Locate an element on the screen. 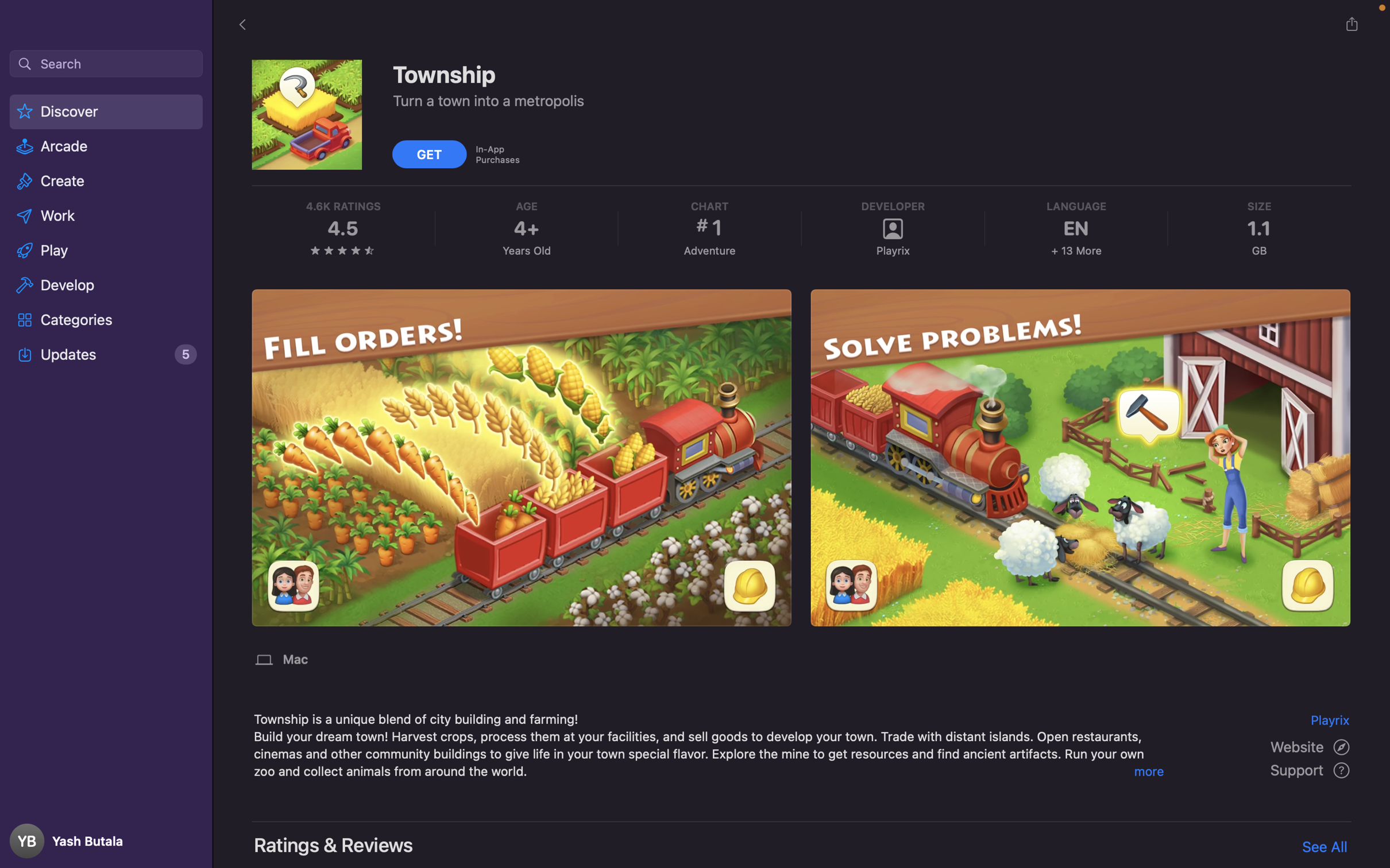 This screenshot has width=1390, height=868. the "Facebook" option after clicking on the "share" button to disseminate the application on your Facebook profile is located at coordinates (1351, 24).